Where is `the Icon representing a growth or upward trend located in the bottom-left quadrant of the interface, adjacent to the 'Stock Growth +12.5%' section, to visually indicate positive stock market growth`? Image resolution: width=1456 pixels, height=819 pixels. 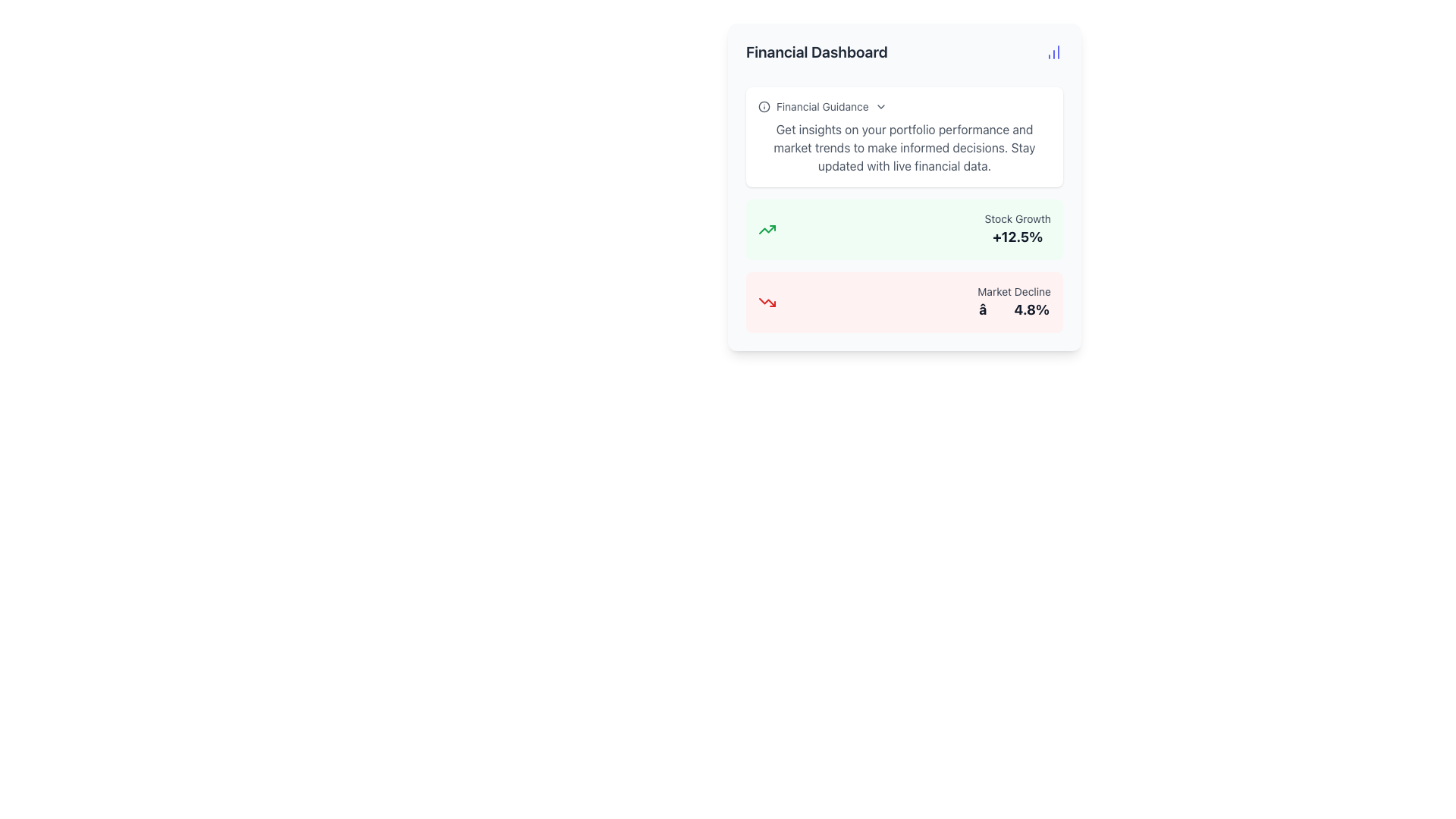 the Icon representing a growth or upward trend located in the bottom-left quadrant of the interface, adjacent to the 'Stock Growth +12.5%' section, to visually indicate positive stock market growth is located at coordinates (767, 230).